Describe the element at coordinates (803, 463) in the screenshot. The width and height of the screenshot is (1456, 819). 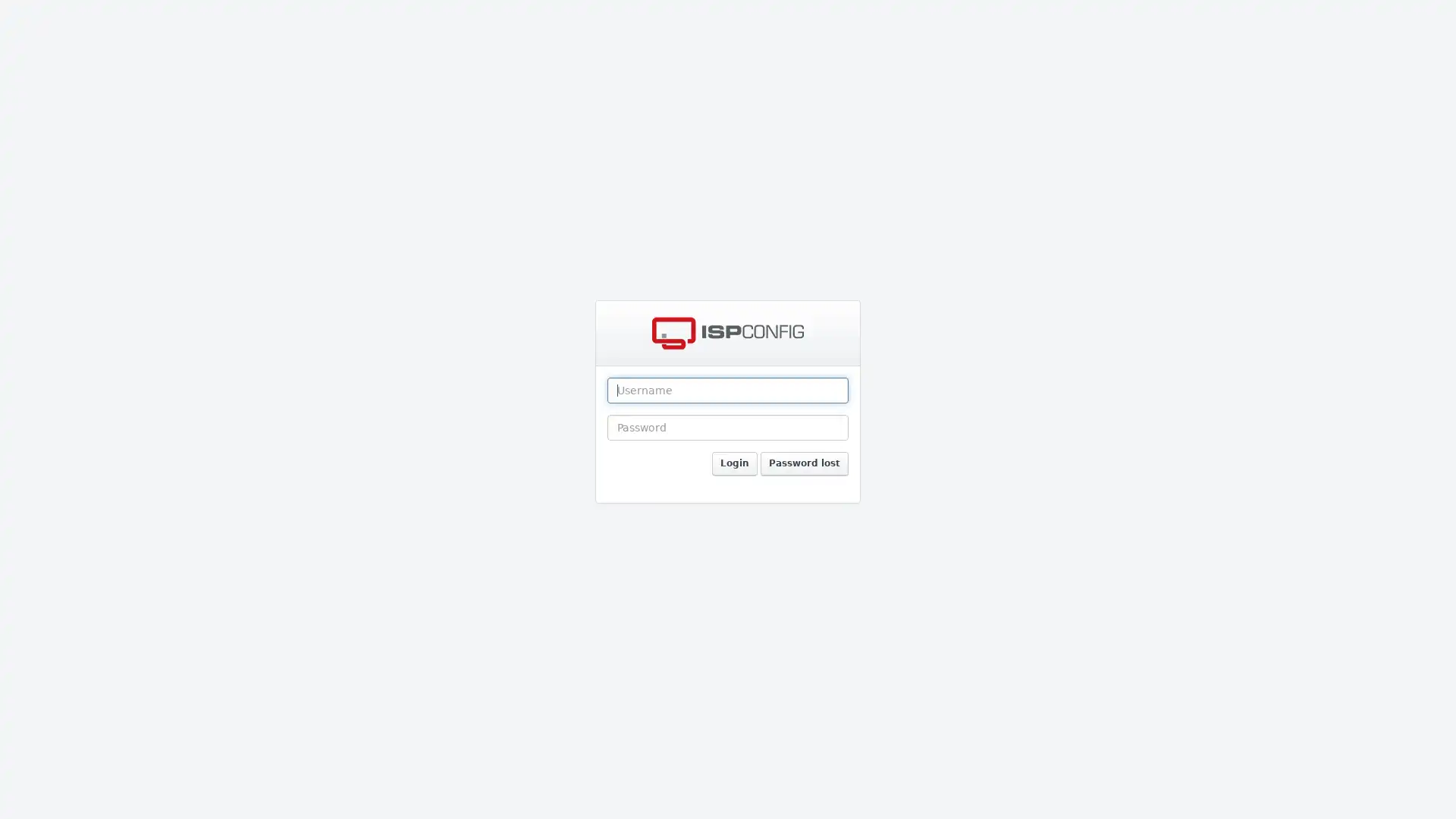
I see `Password lost` at that location.